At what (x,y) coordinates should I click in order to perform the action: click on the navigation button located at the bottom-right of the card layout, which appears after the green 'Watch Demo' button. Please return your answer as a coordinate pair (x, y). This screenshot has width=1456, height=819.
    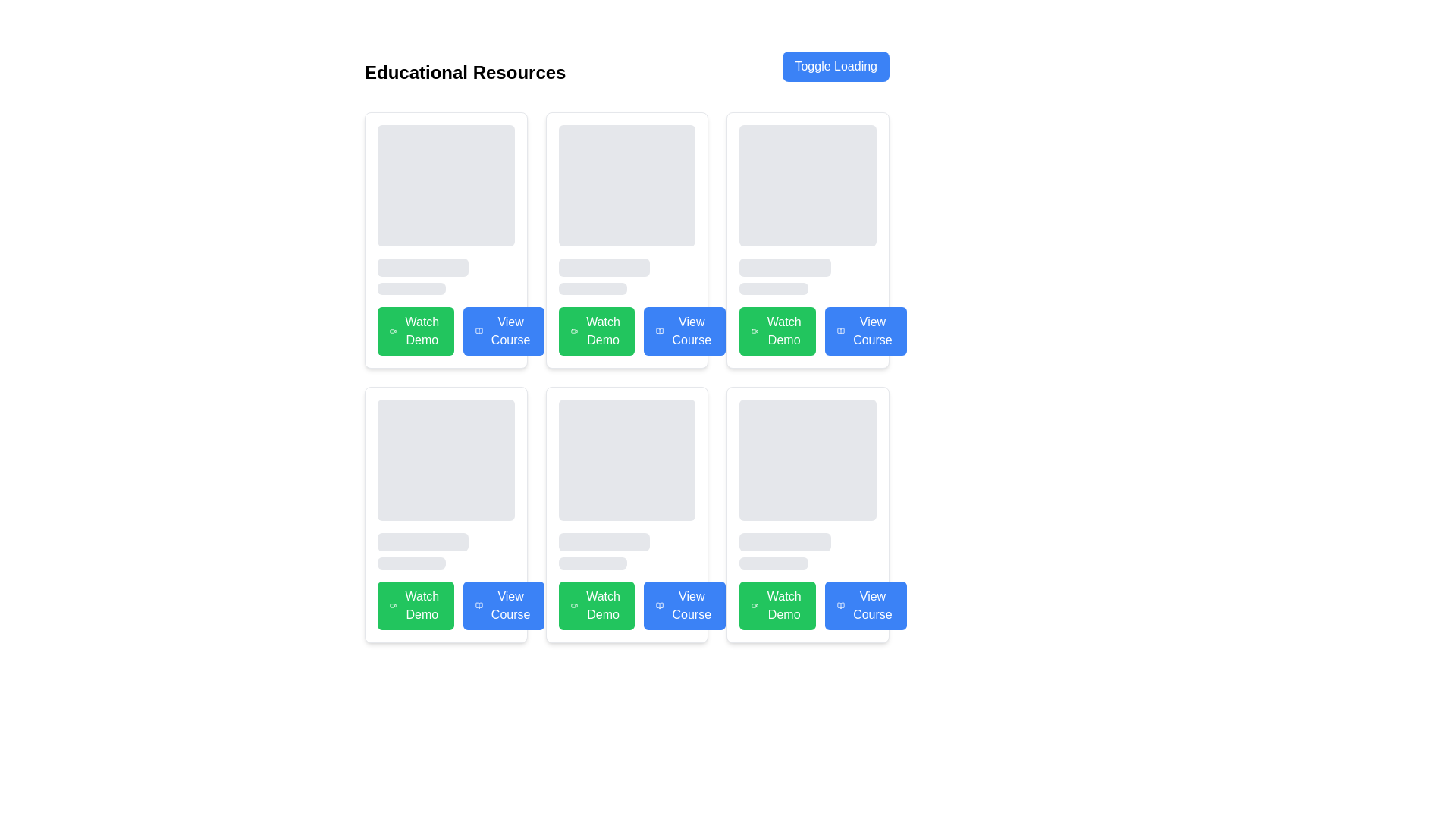
    Looking at the image, I should click on (683, 604).